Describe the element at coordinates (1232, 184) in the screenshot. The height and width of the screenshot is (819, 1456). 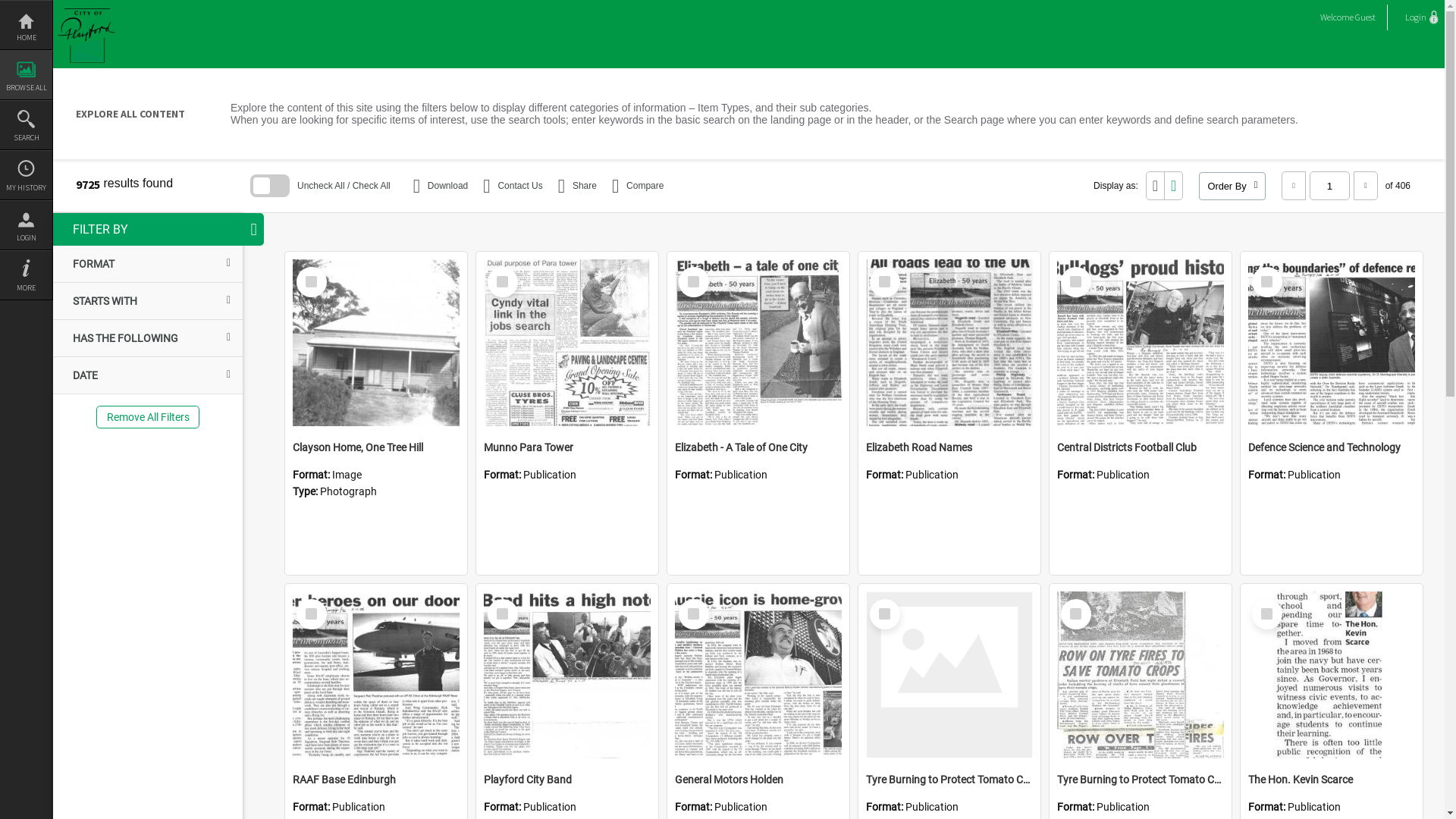
I see `'Order By'` at that location.